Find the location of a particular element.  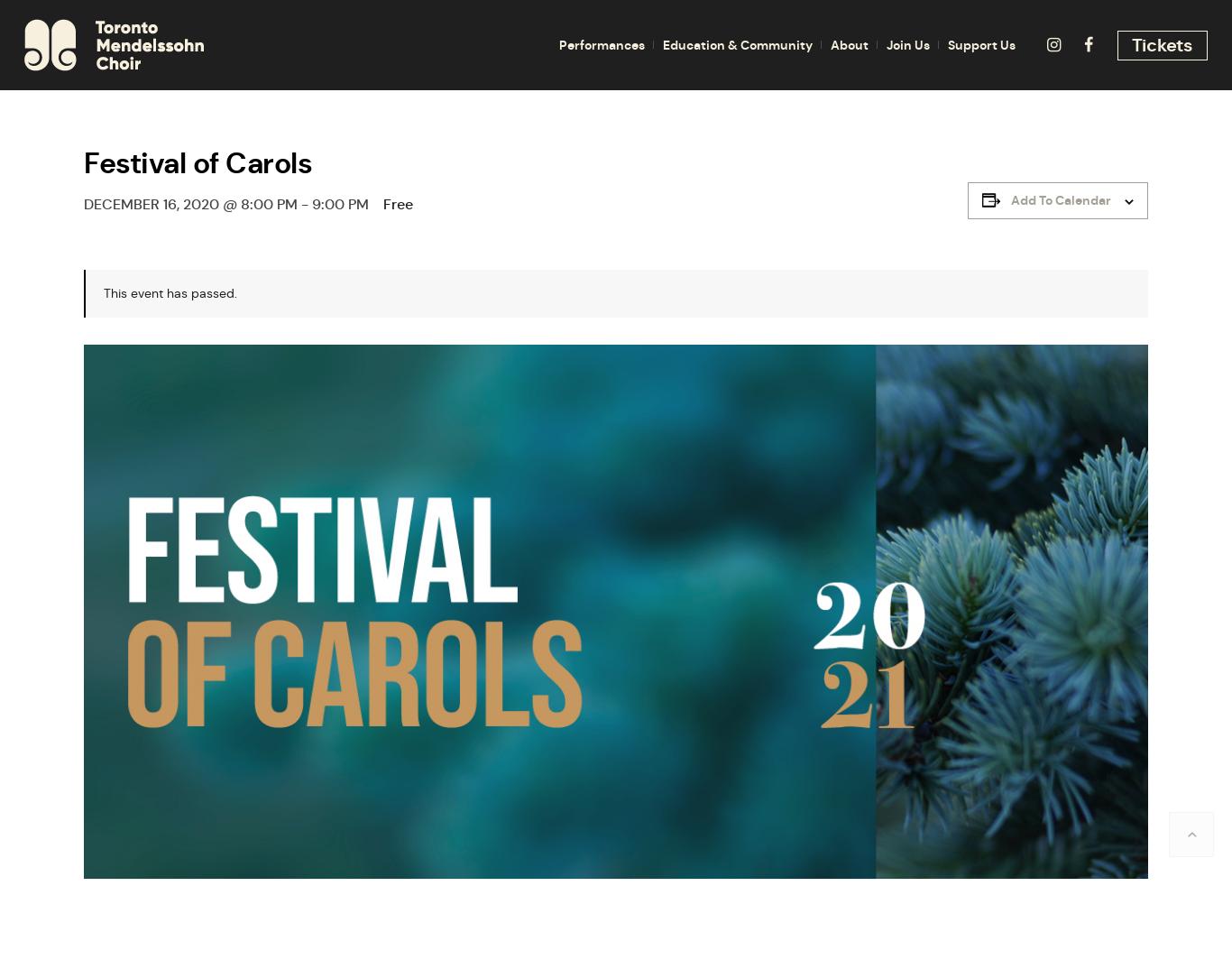

'Singsation' is located at coordinates (706, 159).